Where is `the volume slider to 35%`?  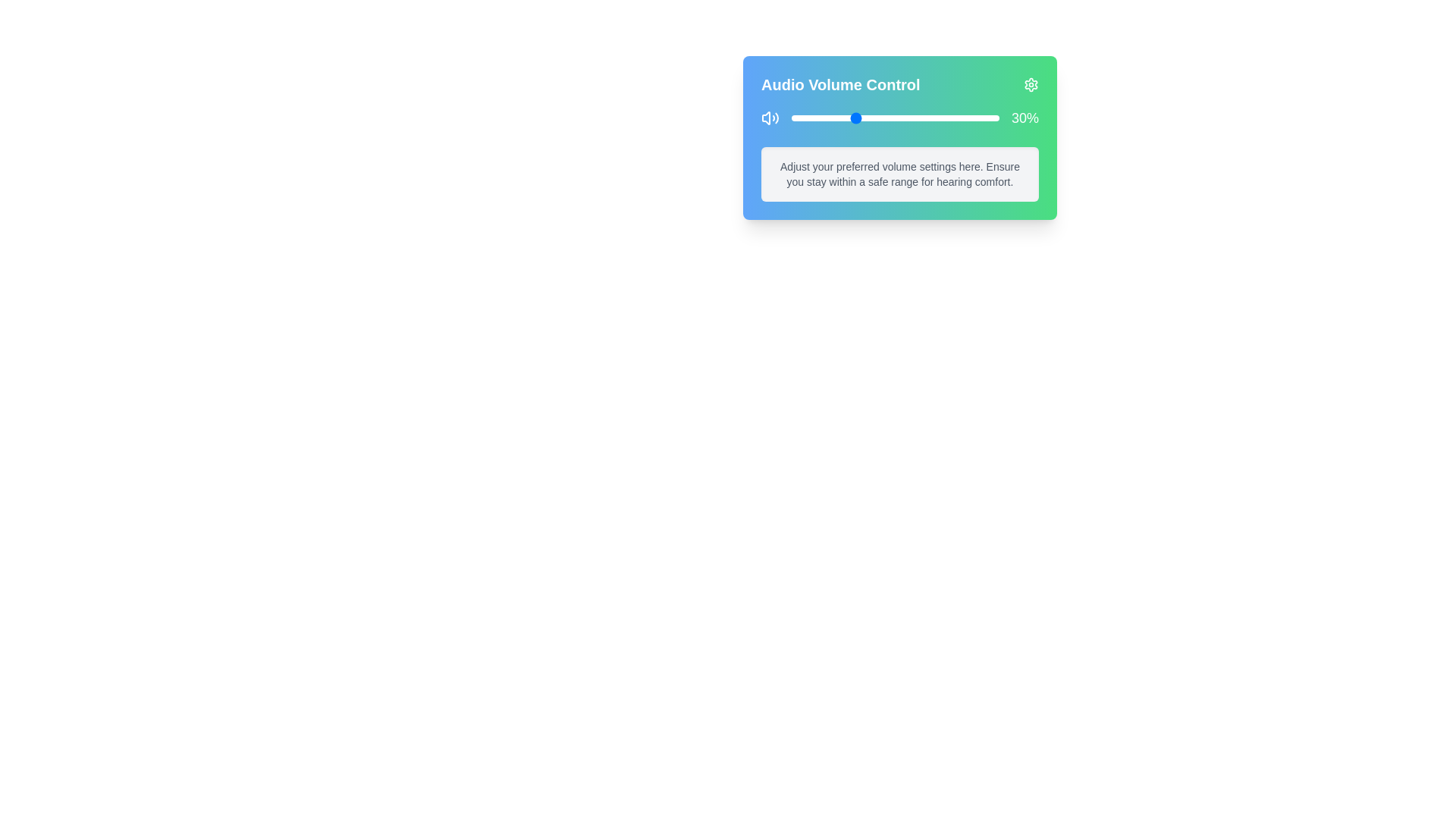 the volume slider to 35% is located at coordinates (864, 117).